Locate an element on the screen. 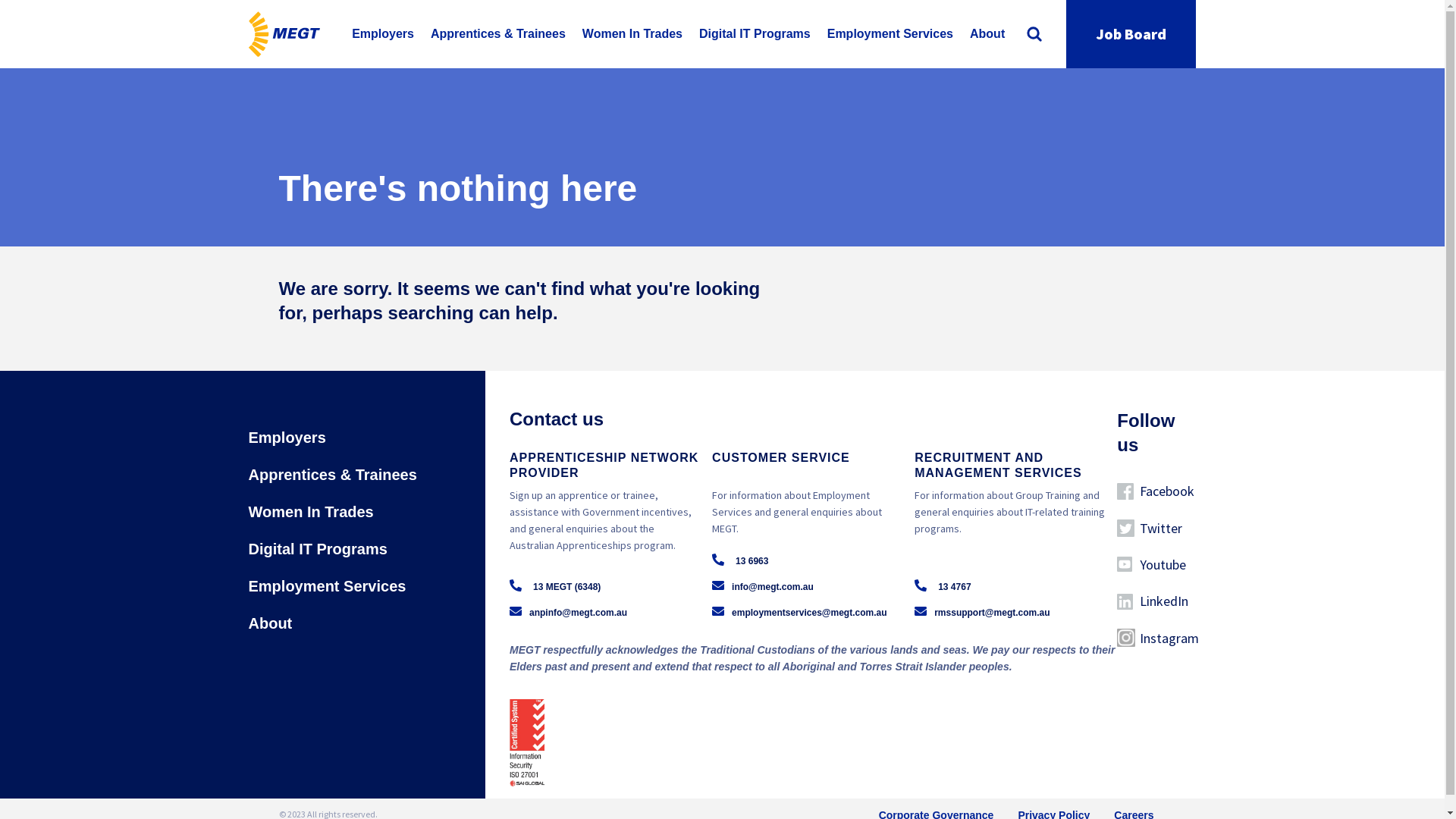  'rmssupport@megt.com.au' is located at coordinates (982, 610).